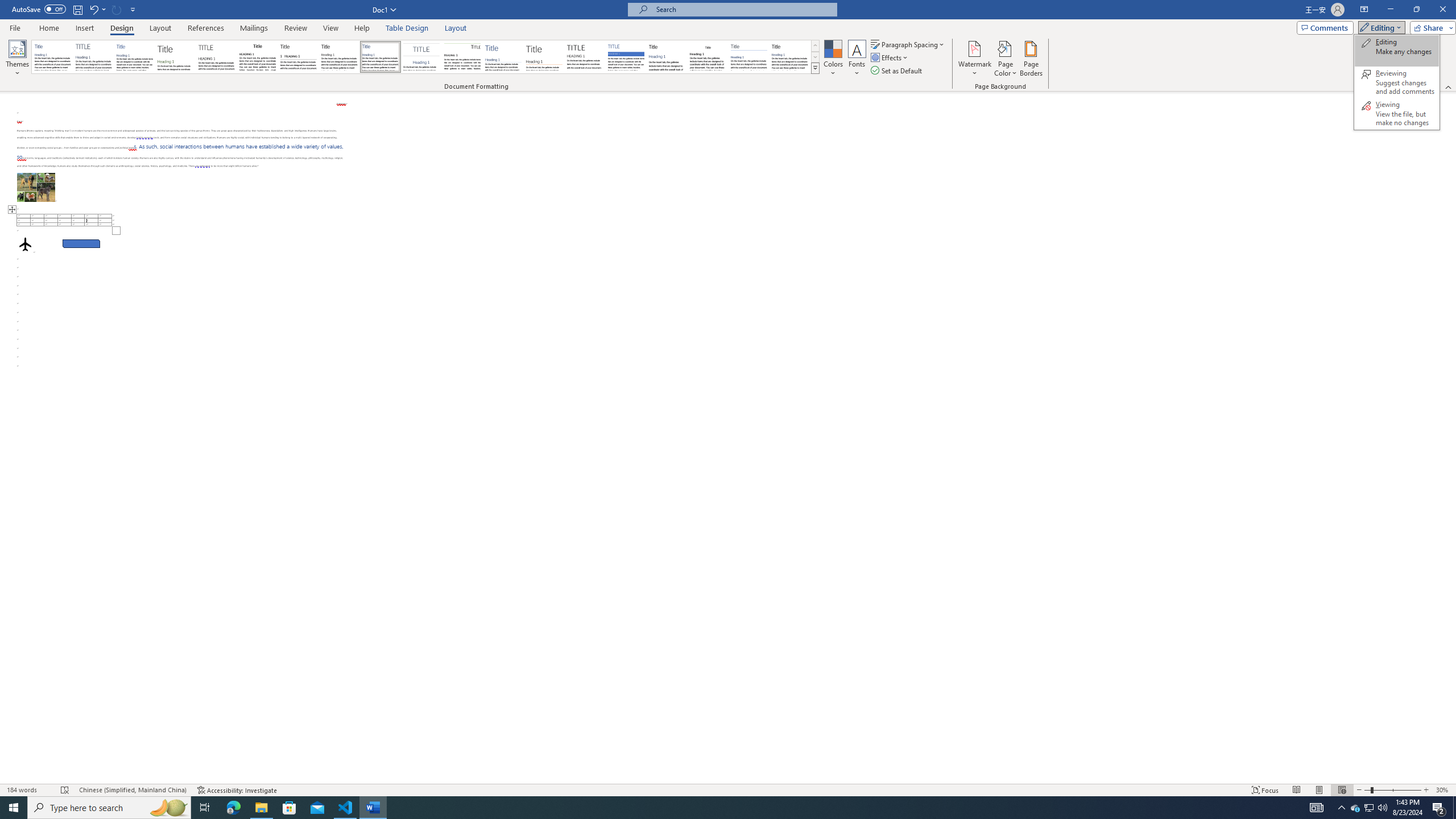 The height and width of the screenshot is (819, 1456). Describe the element at coordinates (297, 56) in the screenshot. I see `'Black & White (Numbered)'` at that location.